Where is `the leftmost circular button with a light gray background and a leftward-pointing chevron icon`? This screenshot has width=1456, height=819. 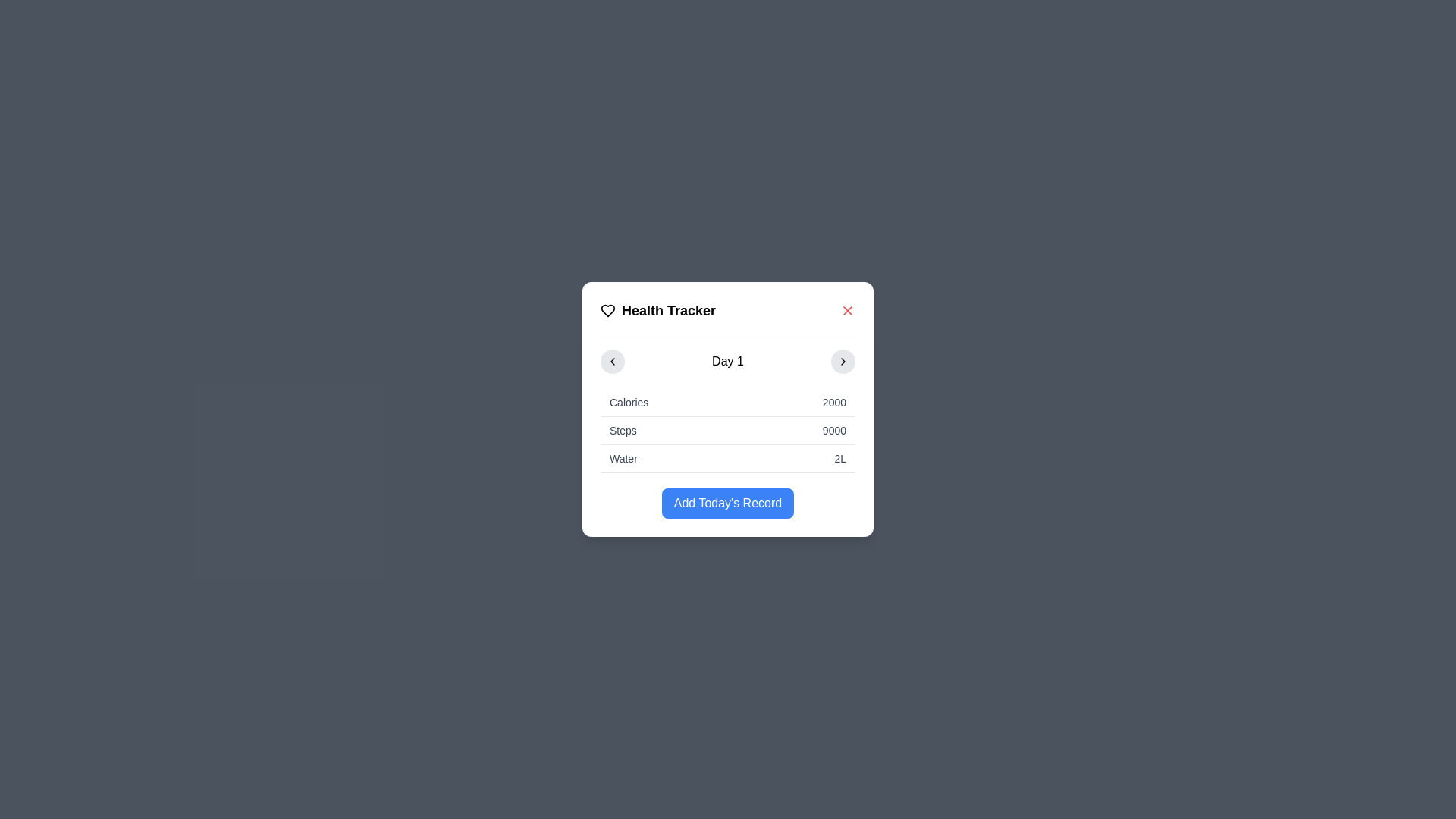
the leftmost circular button with a light gray background and a leftward-pointing chevron icon is located at coordinates (612, 362).